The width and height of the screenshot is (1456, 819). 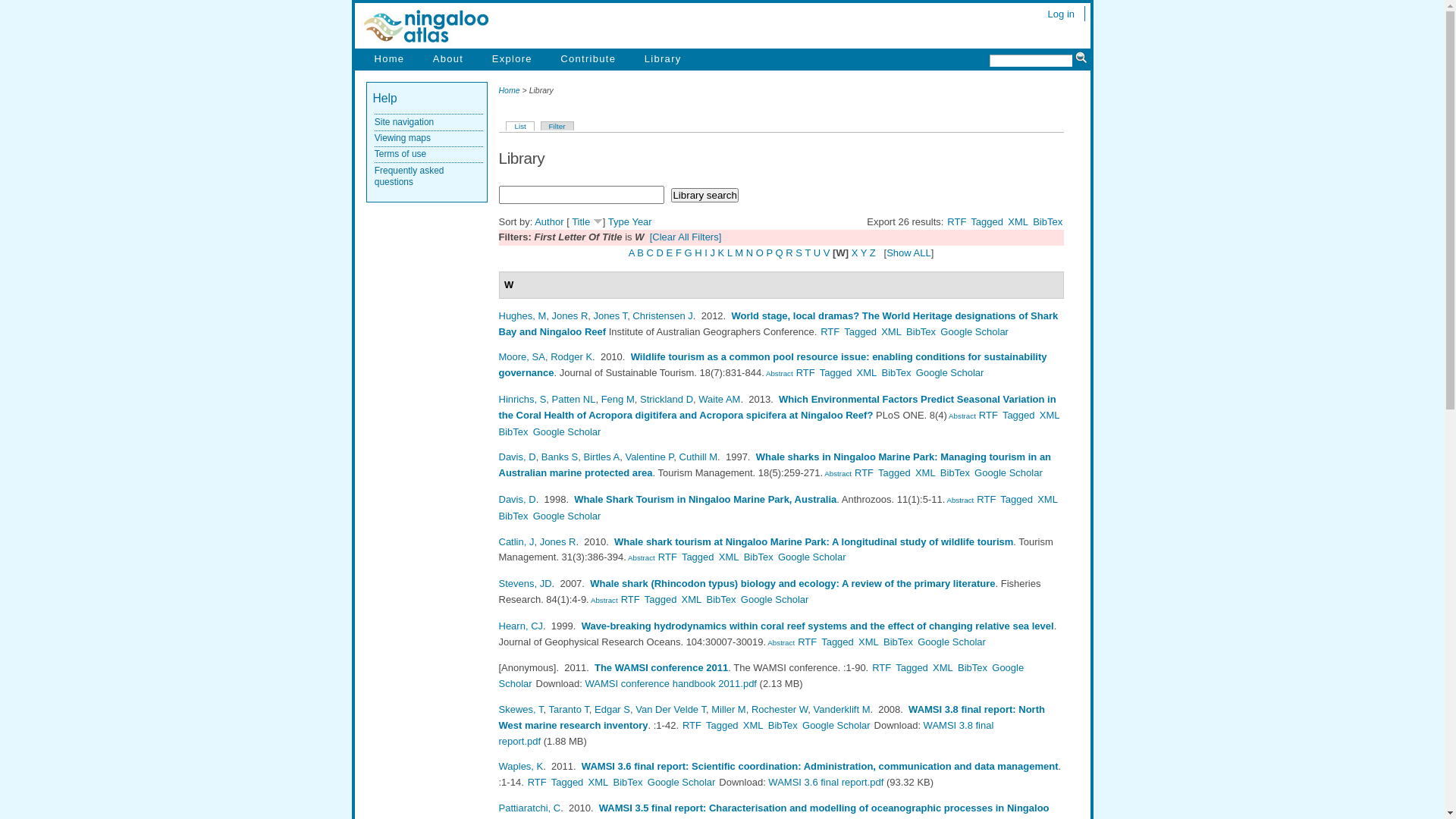 I want to click on 'T', so click(x=807, y=252).